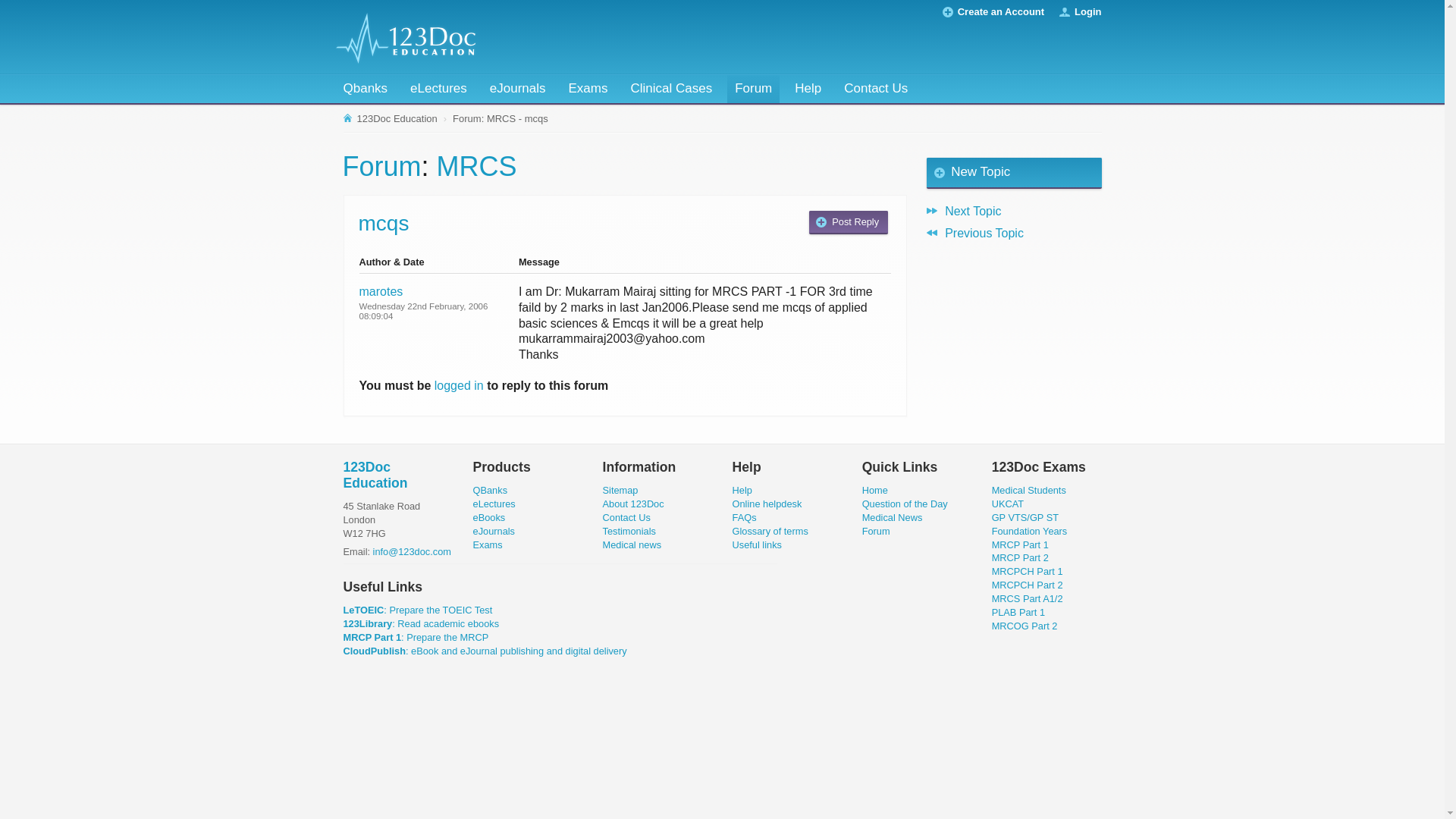 The height and width of the screenshot is (819, 1456). I want to click on 'MRCPCH Part 1', so click(1027, 571).